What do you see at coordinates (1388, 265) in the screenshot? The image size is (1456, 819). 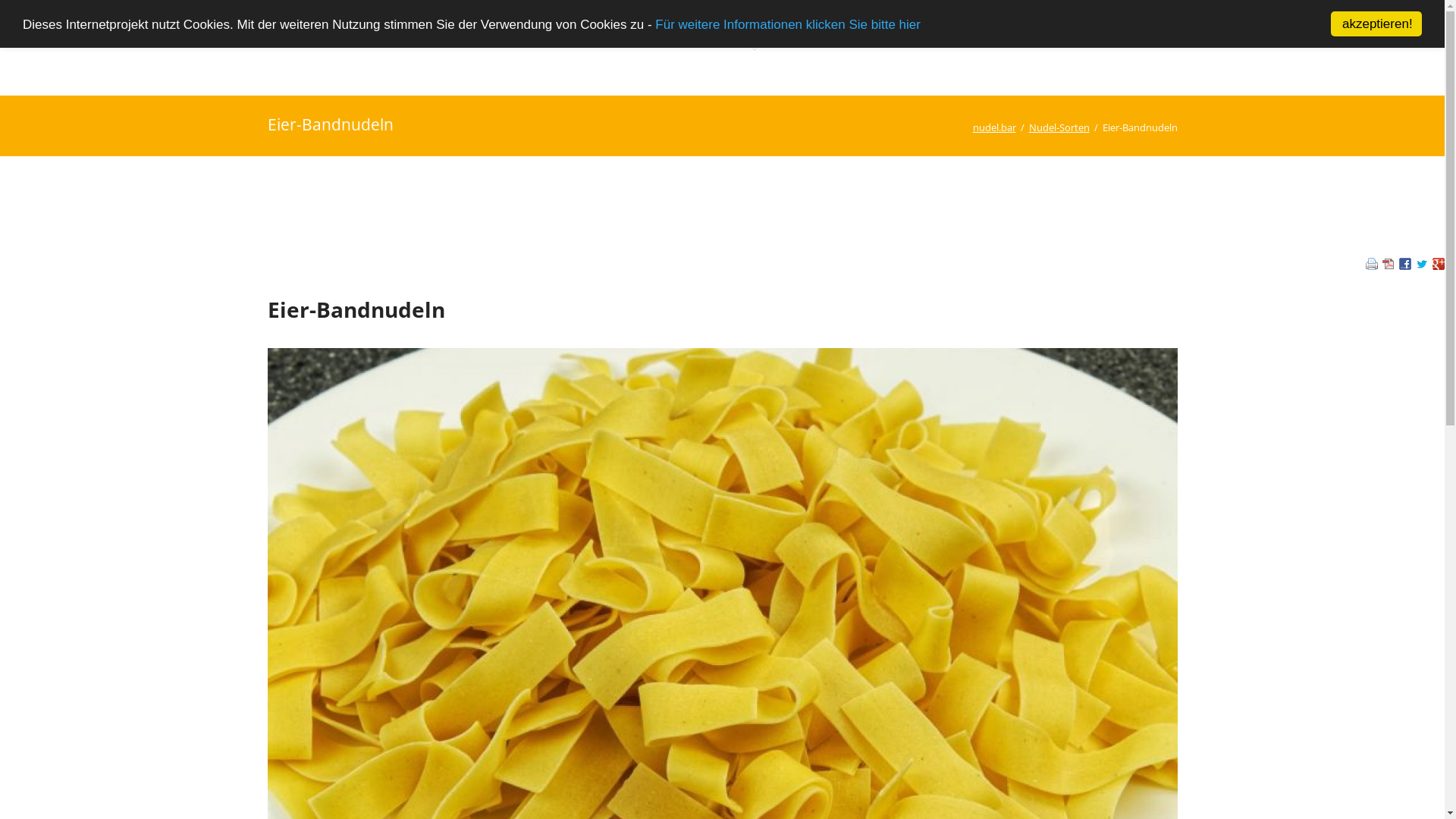 I see `'Artikel als PDF speichern'` at bounding box center [1388, 265].